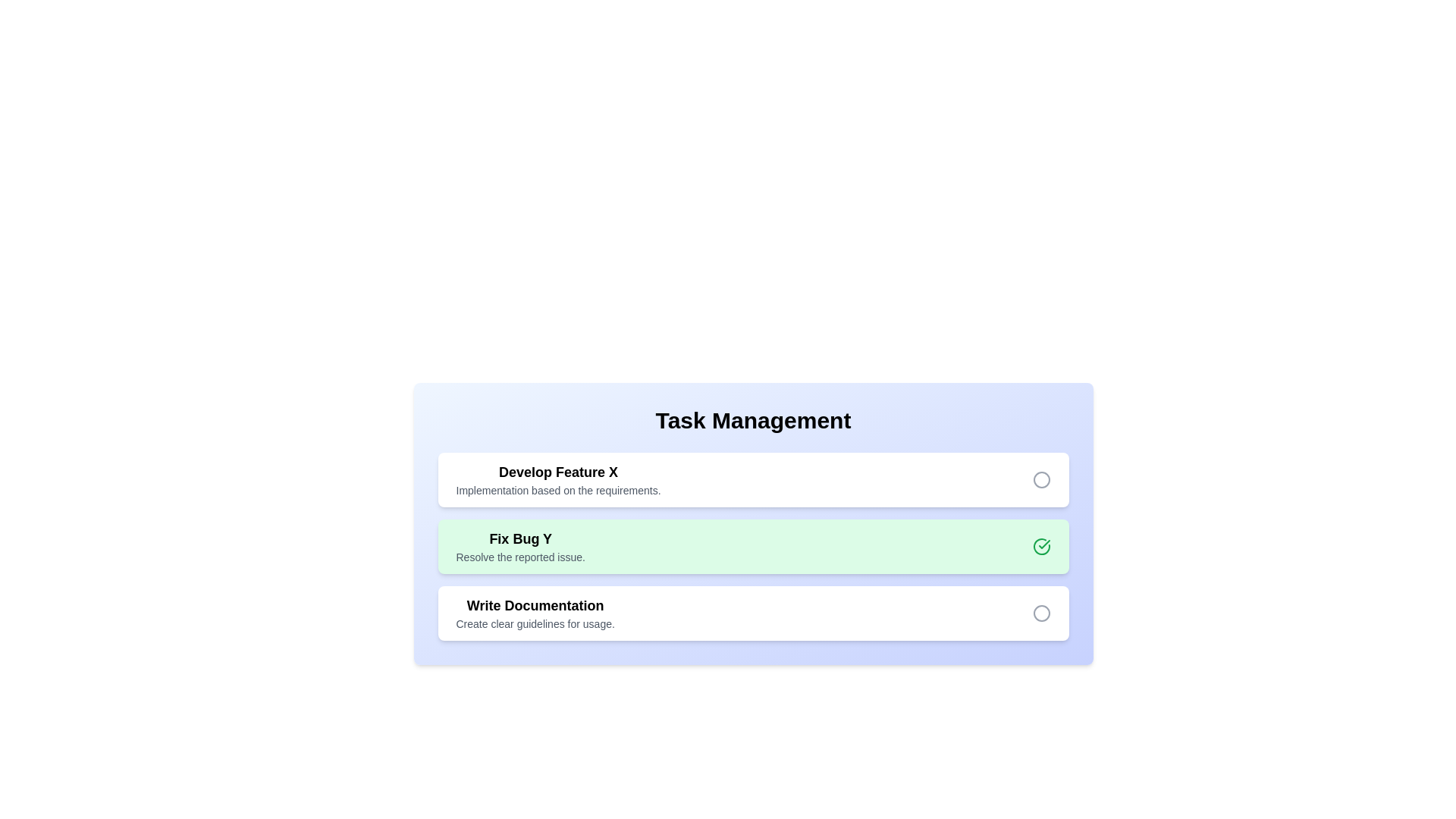  I want to click on the task completion icon of the task titled 'Fix Bug Y' to toggle its completion status, so click(1040, 547).